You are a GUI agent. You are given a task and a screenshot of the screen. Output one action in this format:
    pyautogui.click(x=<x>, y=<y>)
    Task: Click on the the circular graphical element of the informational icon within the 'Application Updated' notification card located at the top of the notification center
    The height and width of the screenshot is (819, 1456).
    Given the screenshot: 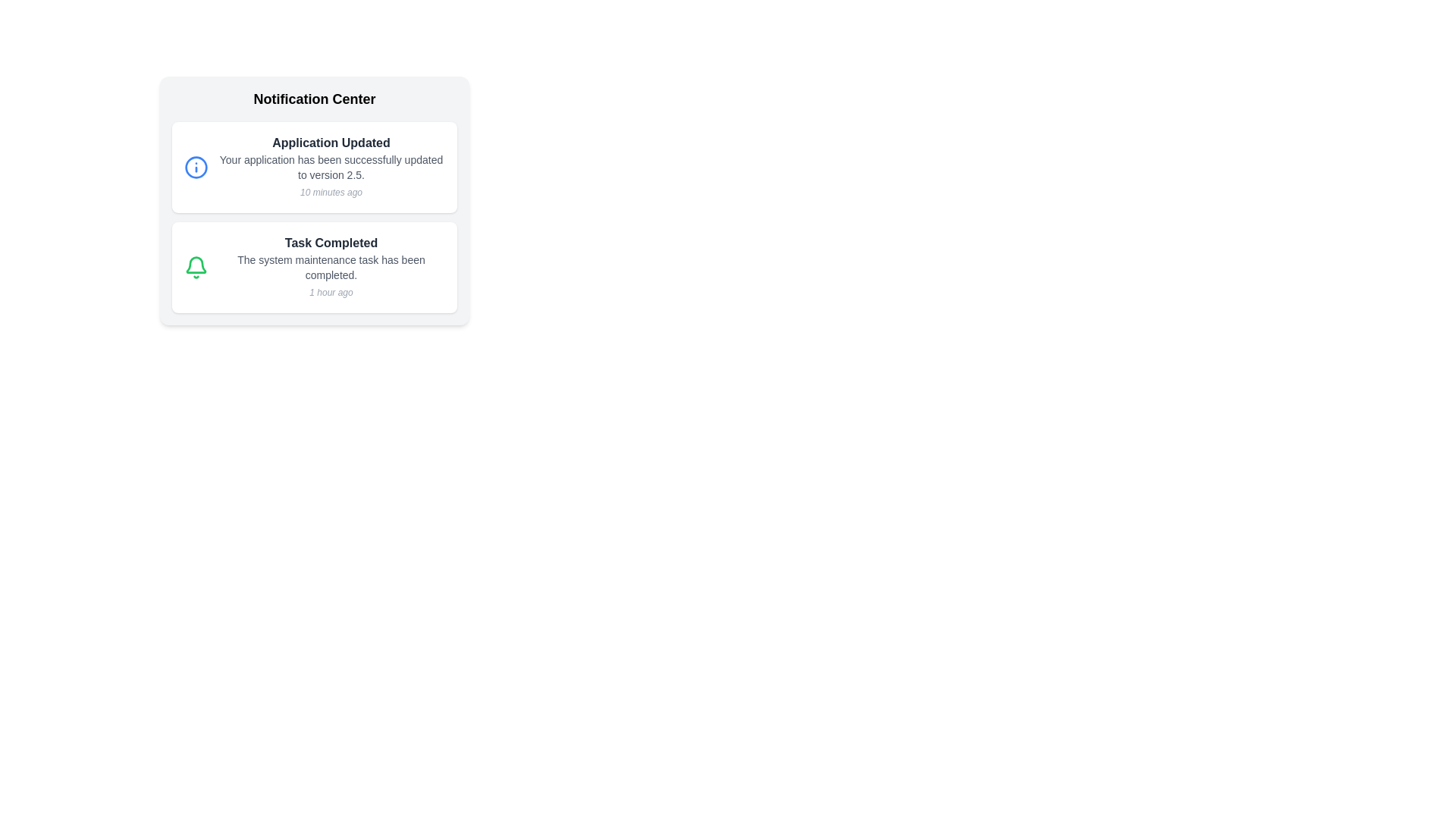 What is the action you would take?
    pyautogui.click(x=196, y=167)
    